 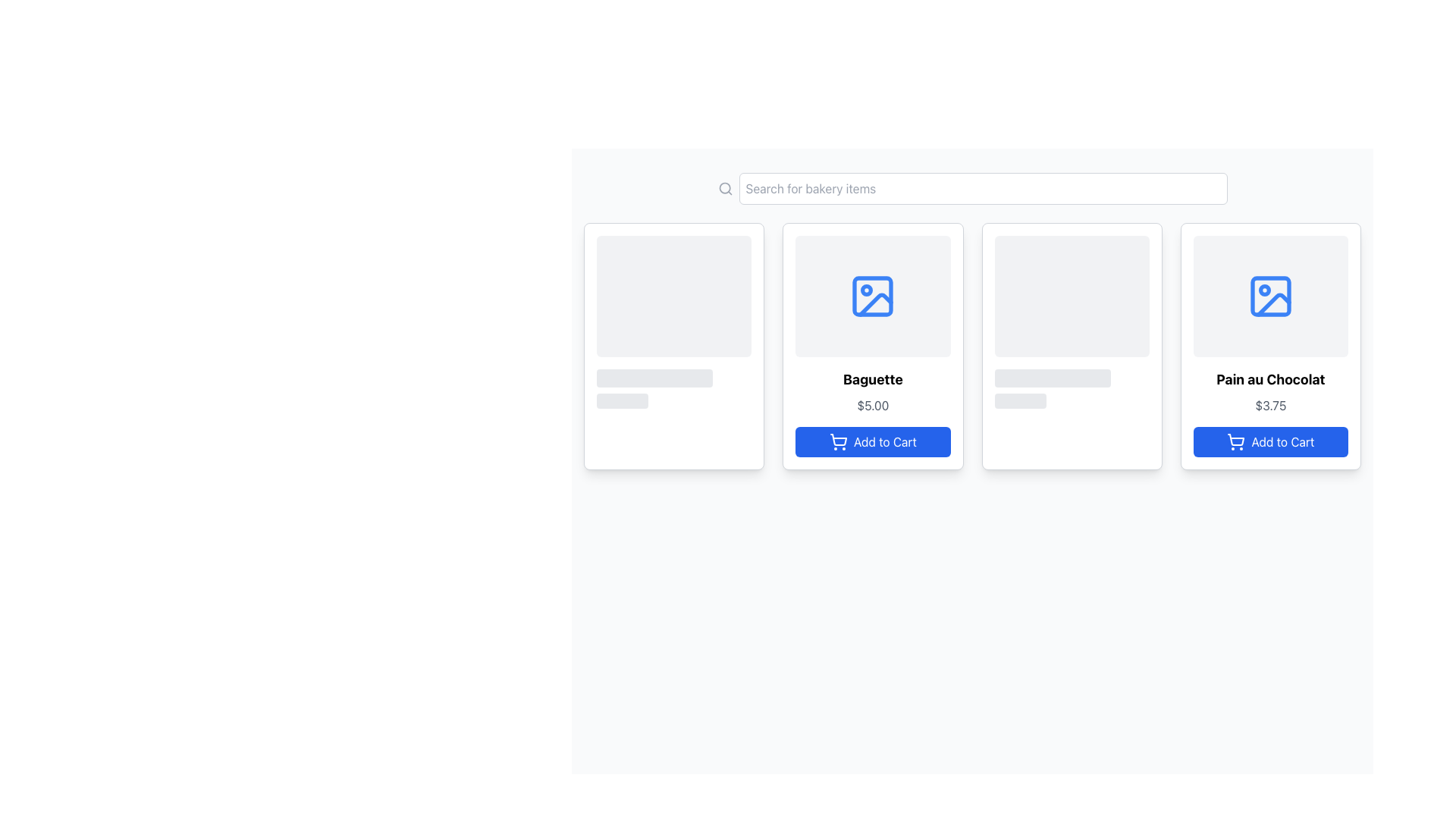 What do you see at coordinates (873, 296) in the screenshot?
I see `the Image Placeholder that serves as a product image in the card layout, positioned above the text elements and 'Add to Cart' button` at bounding box center [873, 296].